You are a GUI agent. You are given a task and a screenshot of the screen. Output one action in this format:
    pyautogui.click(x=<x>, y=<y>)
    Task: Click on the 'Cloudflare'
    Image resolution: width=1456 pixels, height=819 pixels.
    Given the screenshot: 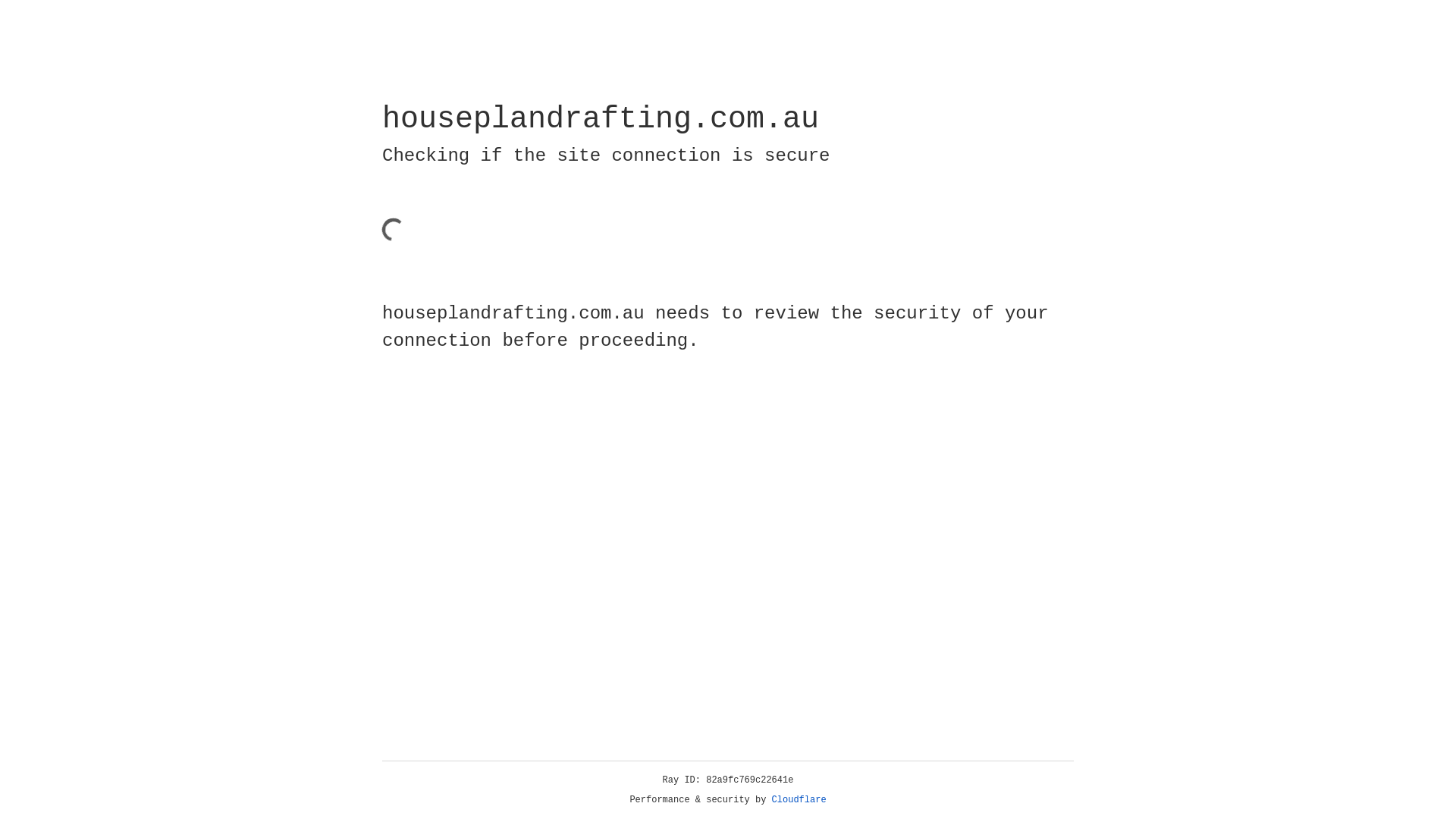 What is the action you would take?
    pyautogui.click(x=799, y=799)
    